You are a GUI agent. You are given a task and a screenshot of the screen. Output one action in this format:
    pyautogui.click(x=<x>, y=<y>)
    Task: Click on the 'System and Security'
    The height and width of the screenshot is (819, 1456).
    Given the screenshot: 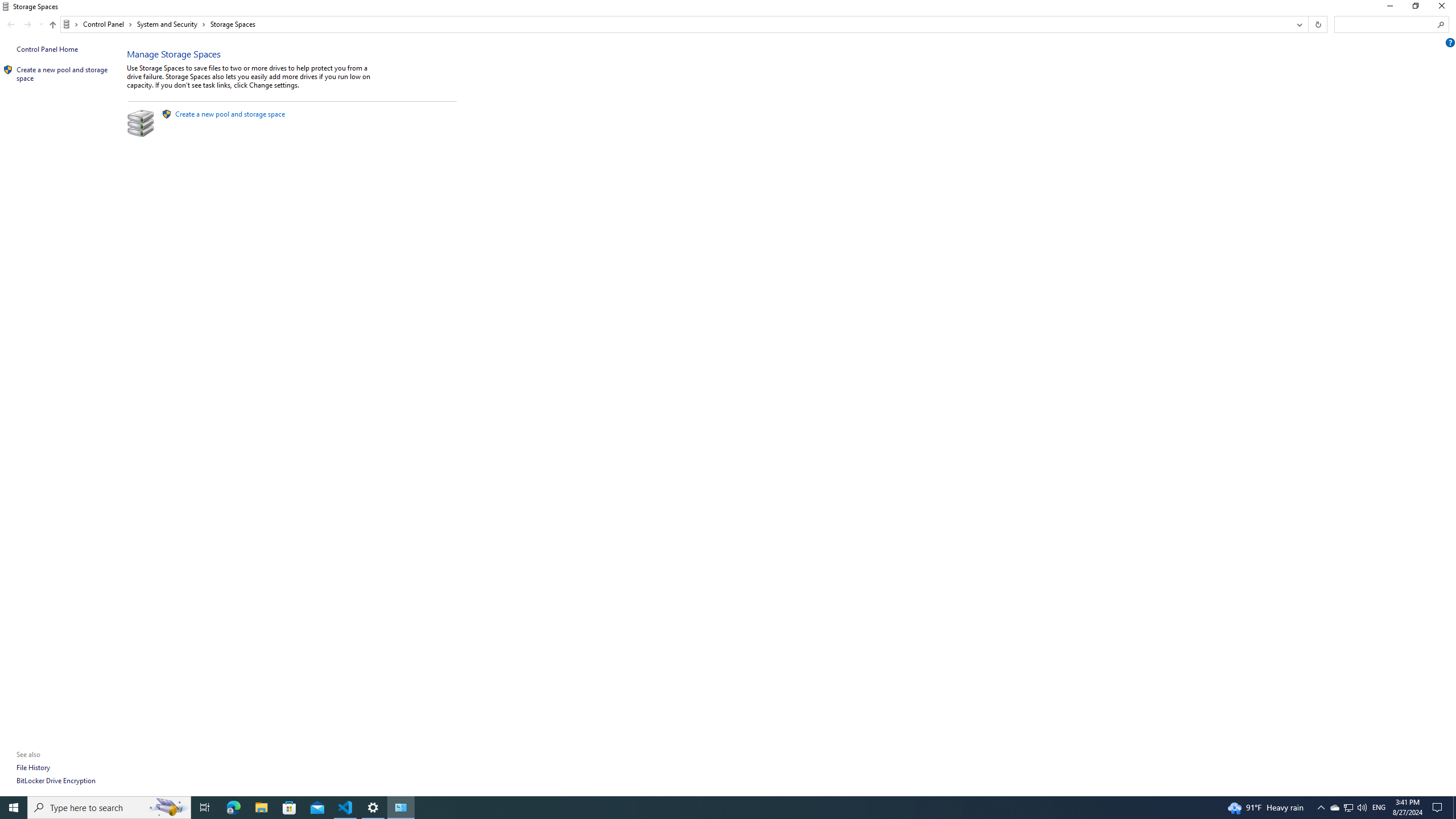 What is the action you would take?
    pyautogui.click(x=171, y=24)
    